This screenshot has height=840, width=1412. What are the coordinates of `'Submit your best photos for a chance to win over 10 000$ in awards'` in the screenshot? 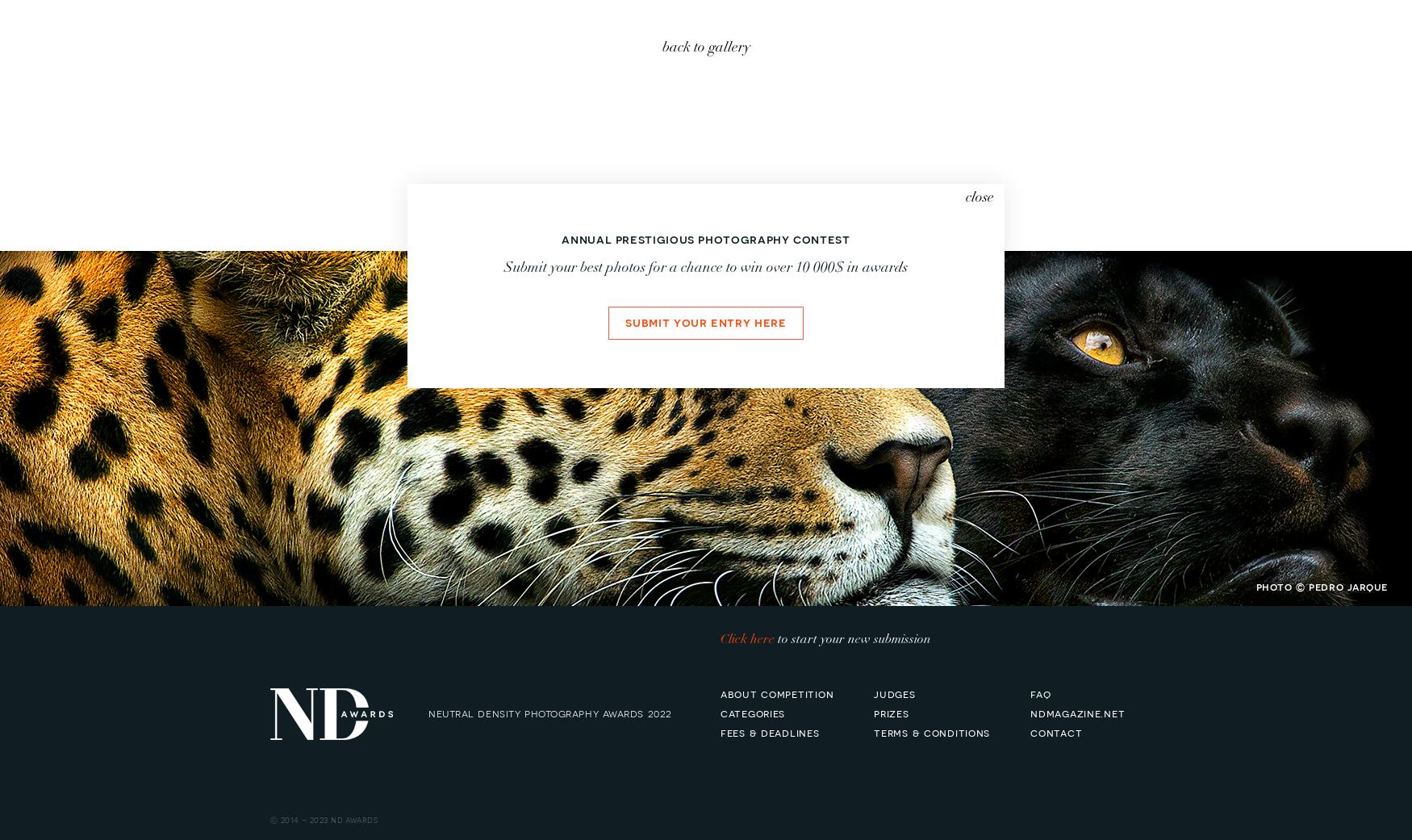 It's located at (706, 269).